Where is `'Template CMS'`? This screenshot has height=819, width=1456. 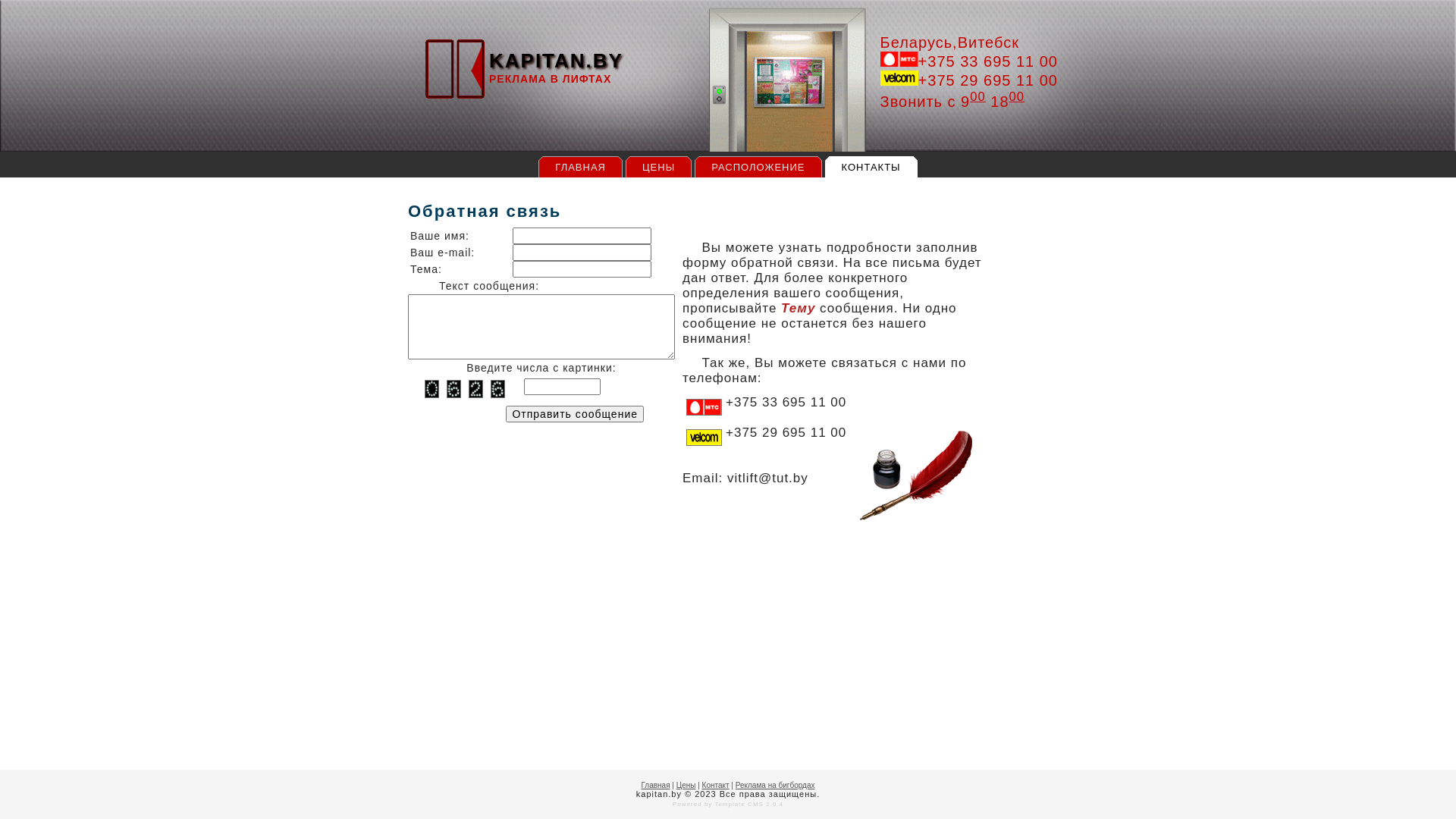
'Template CMS' is located at coordinates (713, 803).